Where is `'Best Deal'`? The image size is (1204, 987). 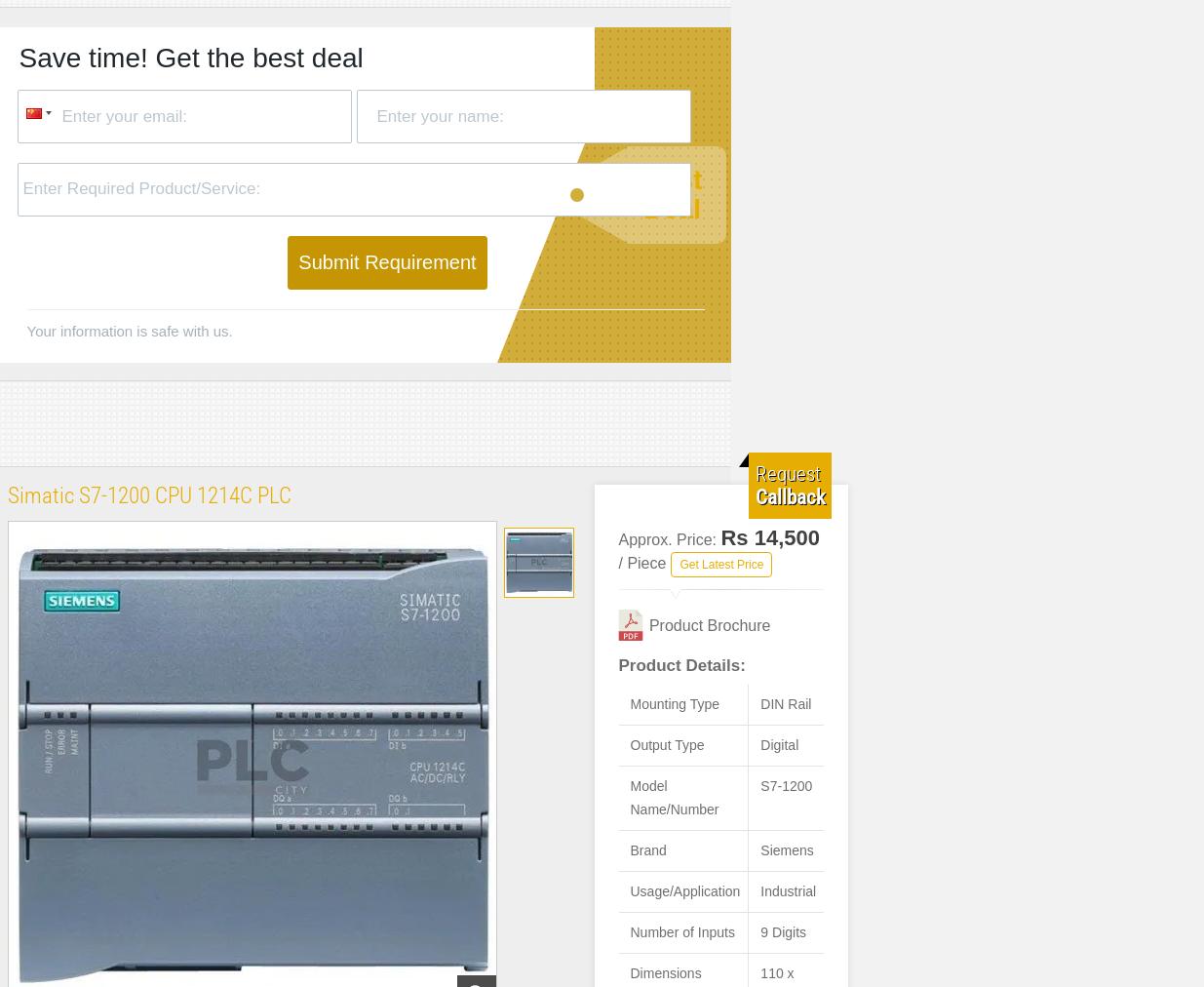 'Best Deal' is located at coordinates (672, 194).